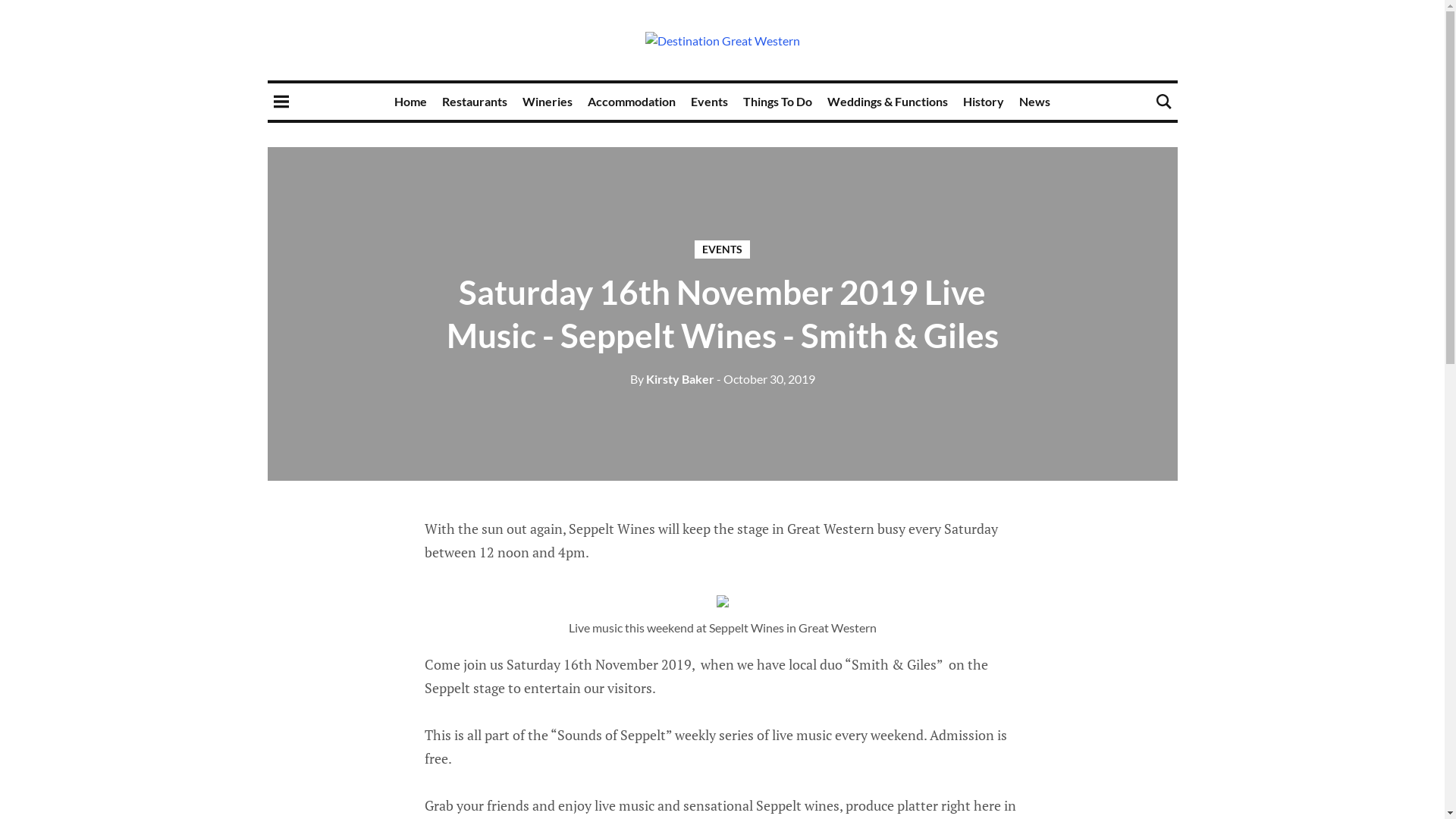  What do you see at coordinates (1034, 101) in the screenshot?
I see `'News'` at bounding box center [1034, 101].